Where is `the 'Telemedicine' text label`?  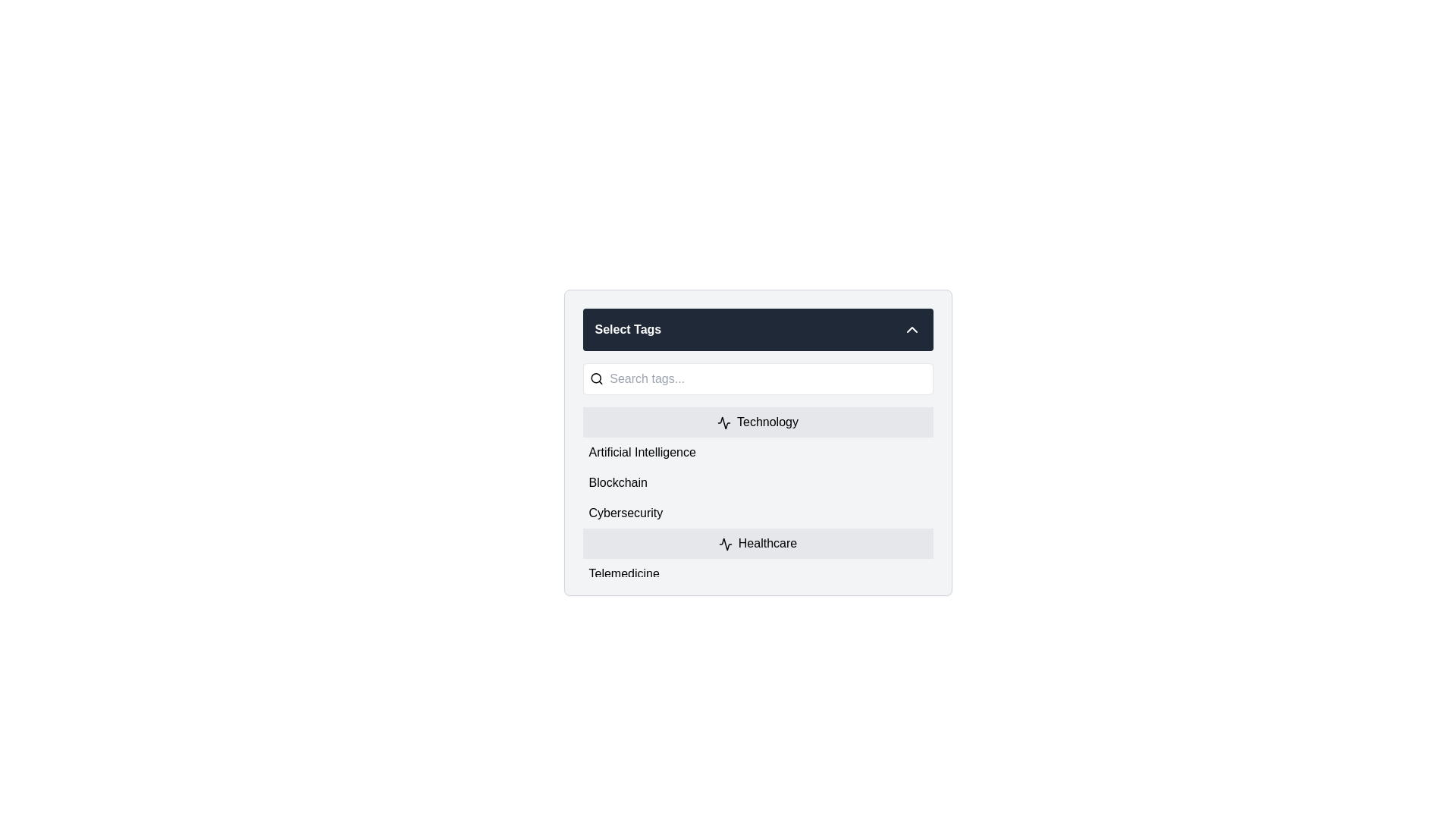
the 'Telemedicine' text label is located at coordinates (624, 573).